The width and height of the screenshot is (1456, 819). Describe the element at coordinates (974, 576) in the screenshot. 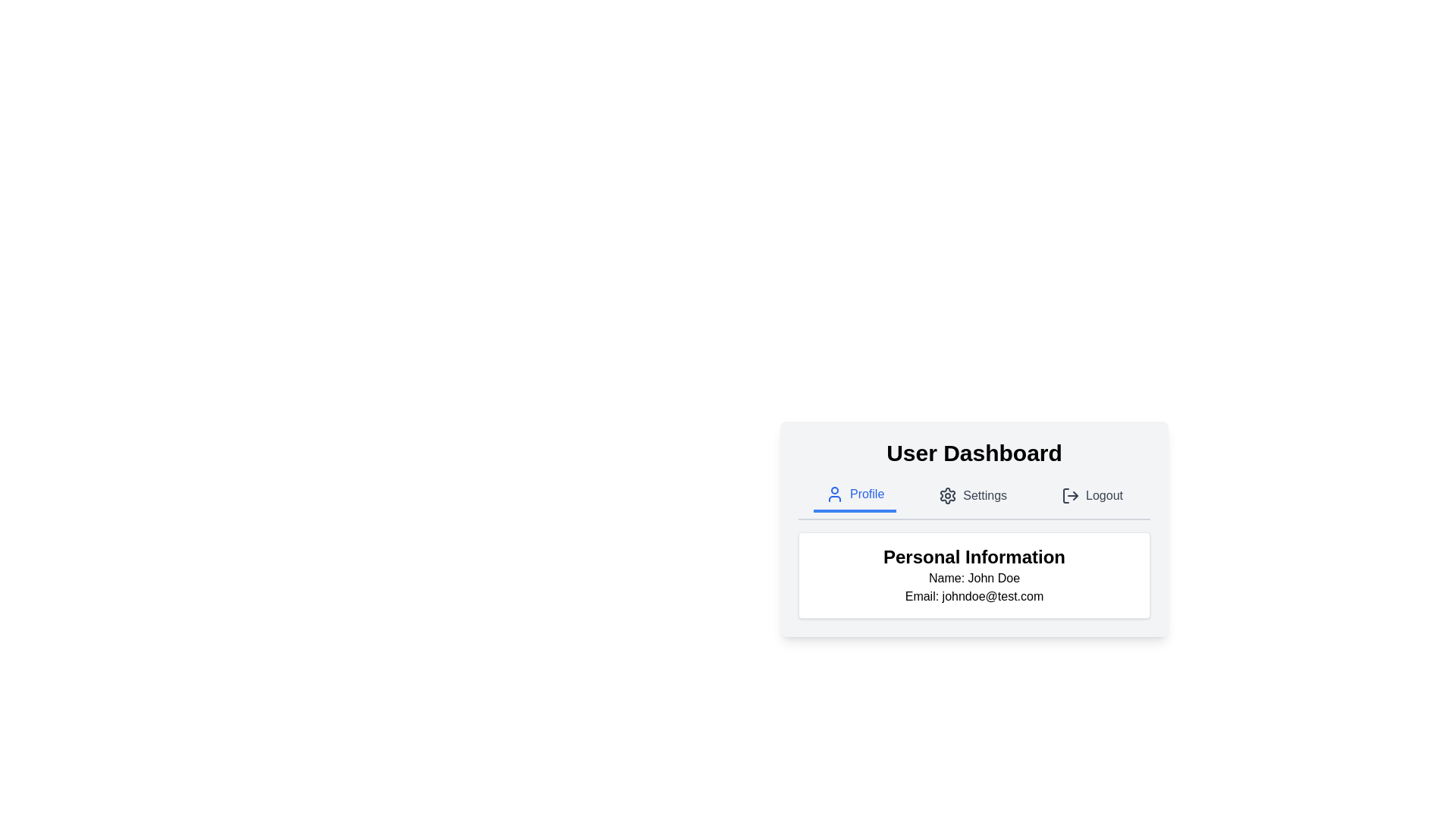

I see `the Information Display Block located in the User Dashboard section, which displays personal details such as the user's name and email address` at that location.